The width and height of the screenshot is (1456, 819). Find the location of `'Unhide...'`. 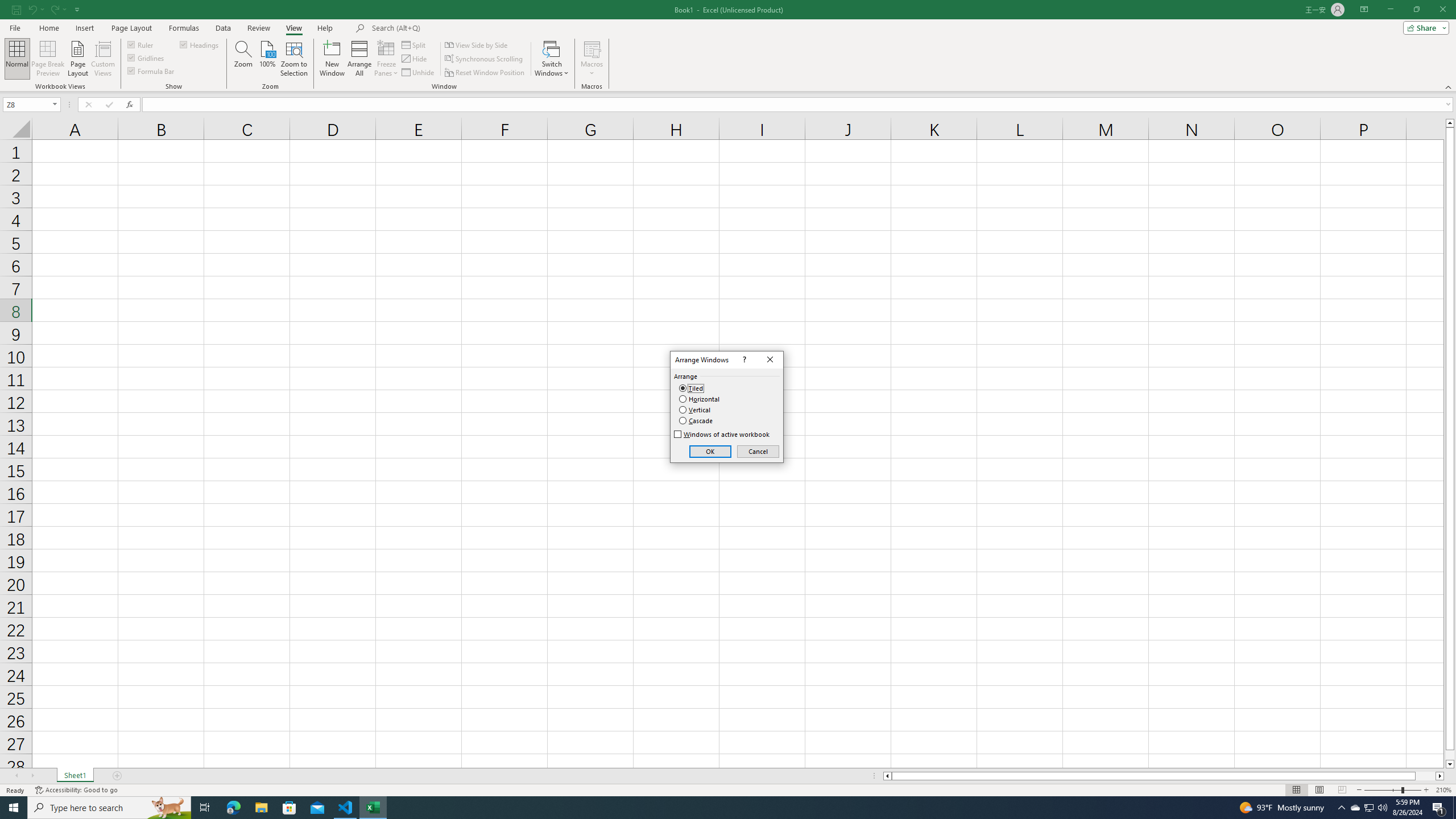

'Unhide...' is located at coordinates (419, 72).